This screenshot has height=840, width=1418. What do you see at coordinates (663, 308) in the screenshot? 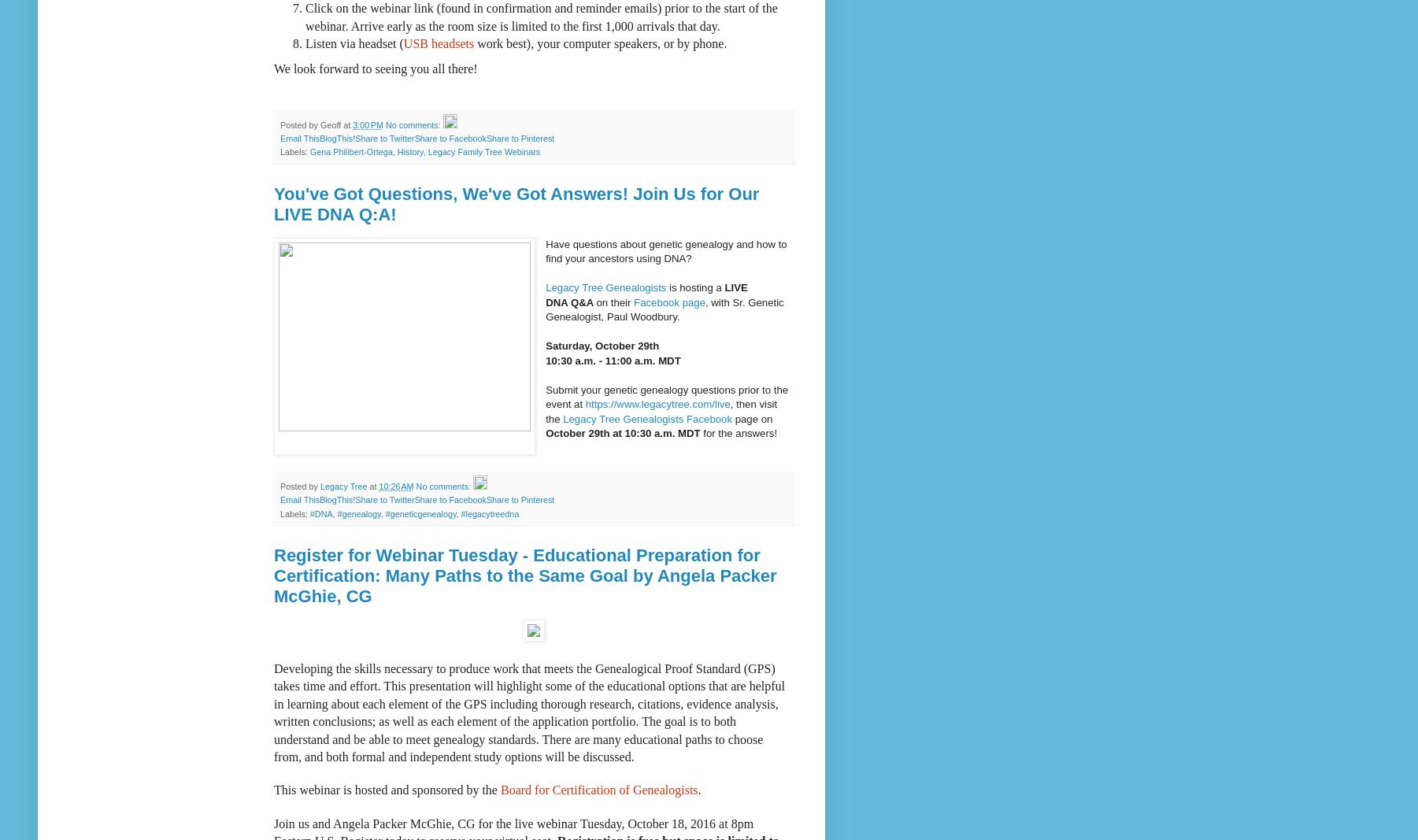
I see `', with Sr. Genetic Genealogist, Paul Woodbury.'` at bounding box center [663, 308].